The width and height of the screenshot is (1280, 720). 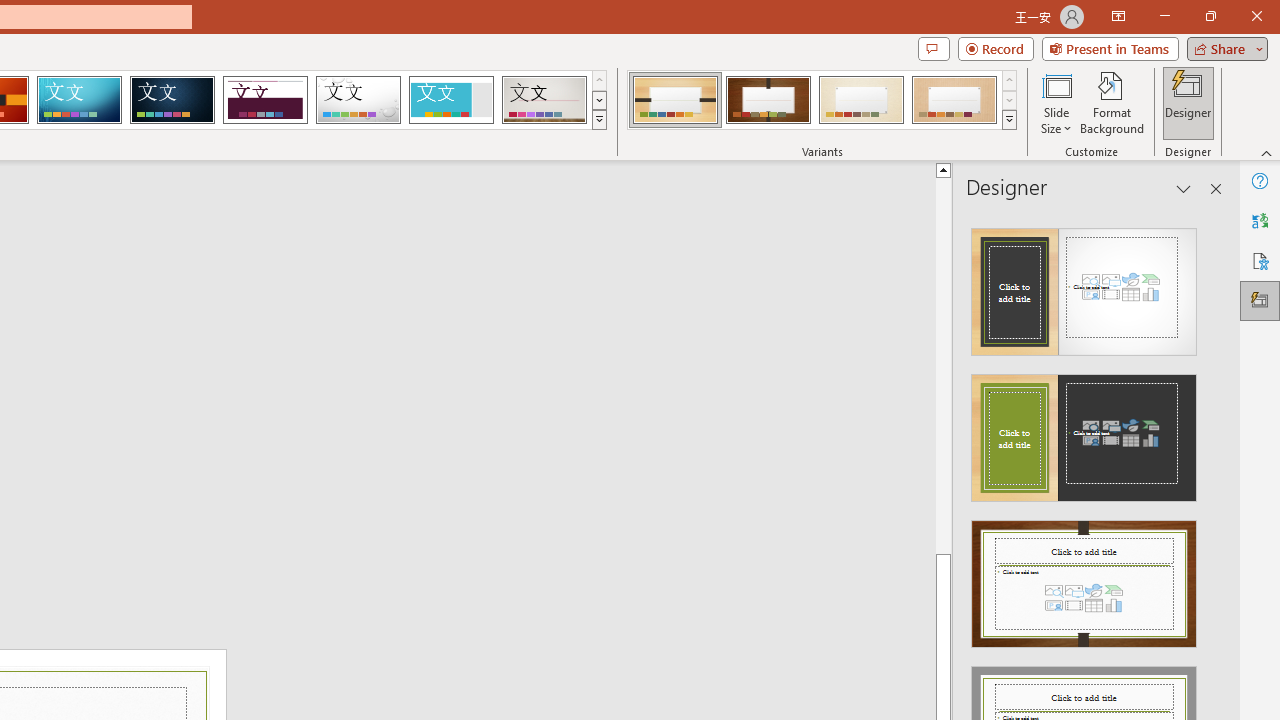 I want to click on 'Organic Variant 1', so click(x=675, y=100).